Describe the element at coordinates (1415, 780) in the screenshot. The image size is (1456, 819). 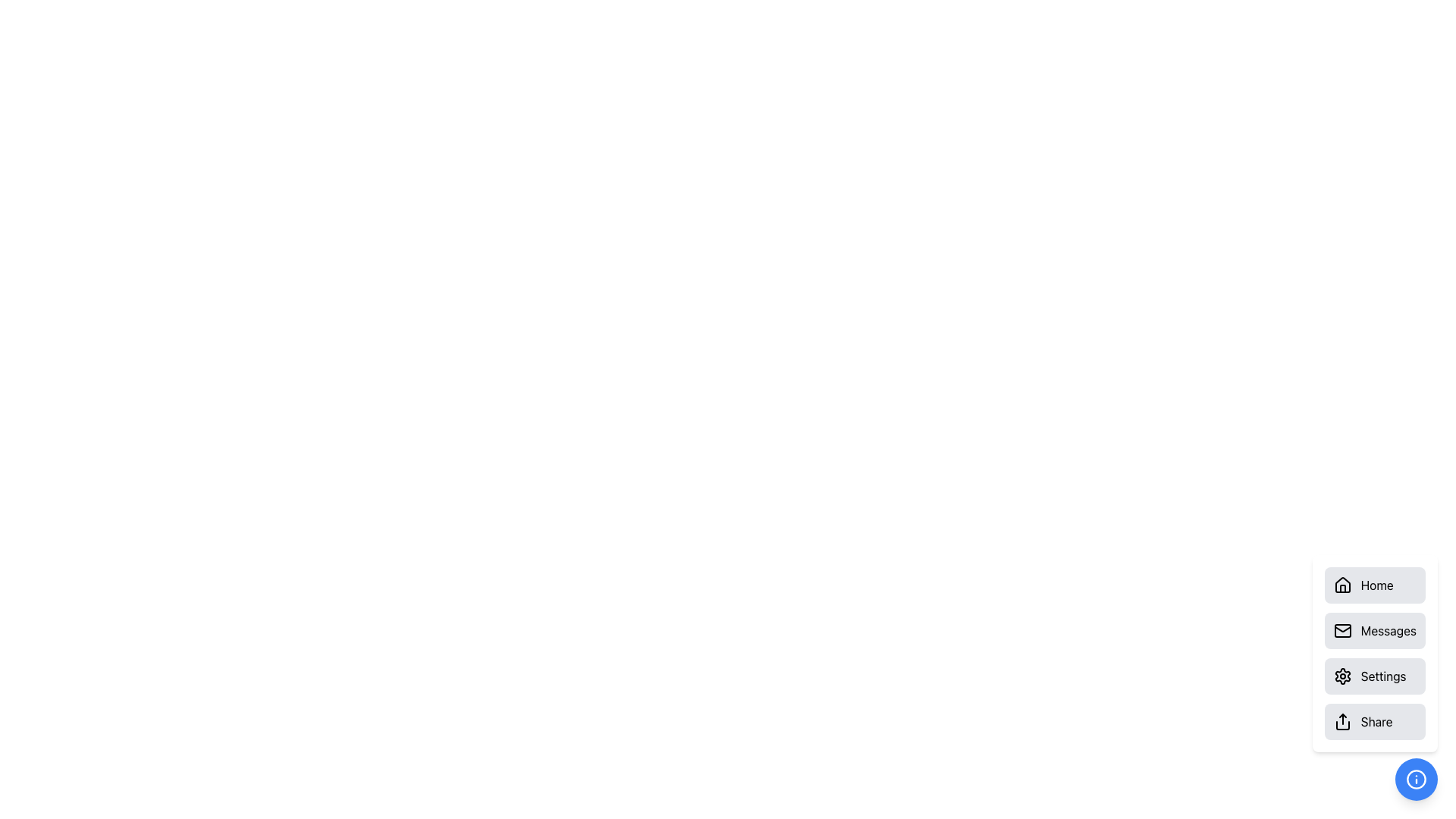
I see `the blue circular help icon located at the bottom-right corner of the interface to trigger the tooltip` at that location.